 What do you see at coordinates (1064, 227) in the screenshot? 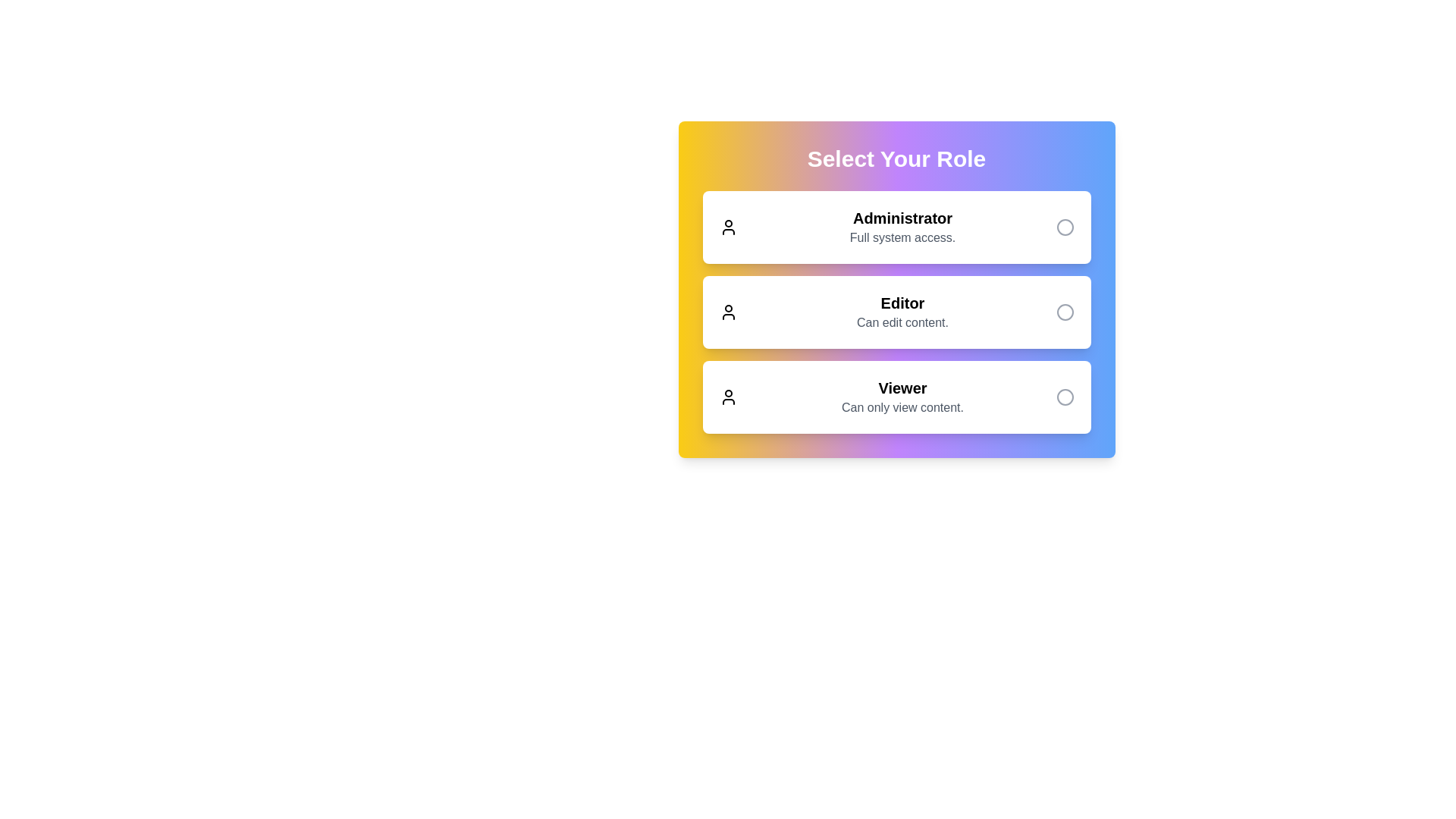
I see `the 'Administrator' radio button located at the rightmost section of the 'Administrator' card, adjacent to the text 'Administrator Full system access'` at bounding box center [1064, 227].